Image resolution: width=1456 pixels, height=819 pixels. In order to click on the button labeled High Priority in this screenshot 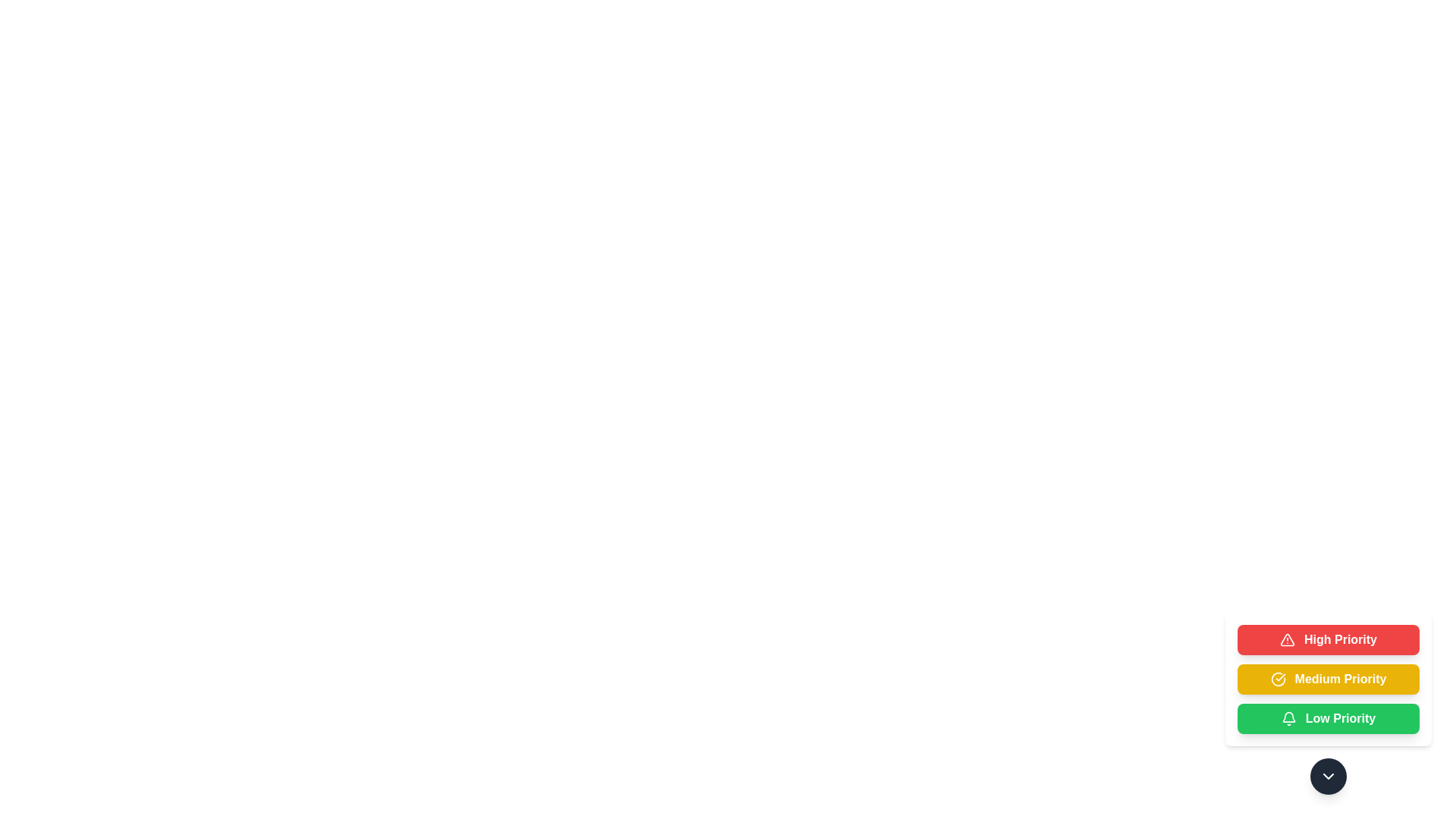, I will do `click(1328, 640)`.